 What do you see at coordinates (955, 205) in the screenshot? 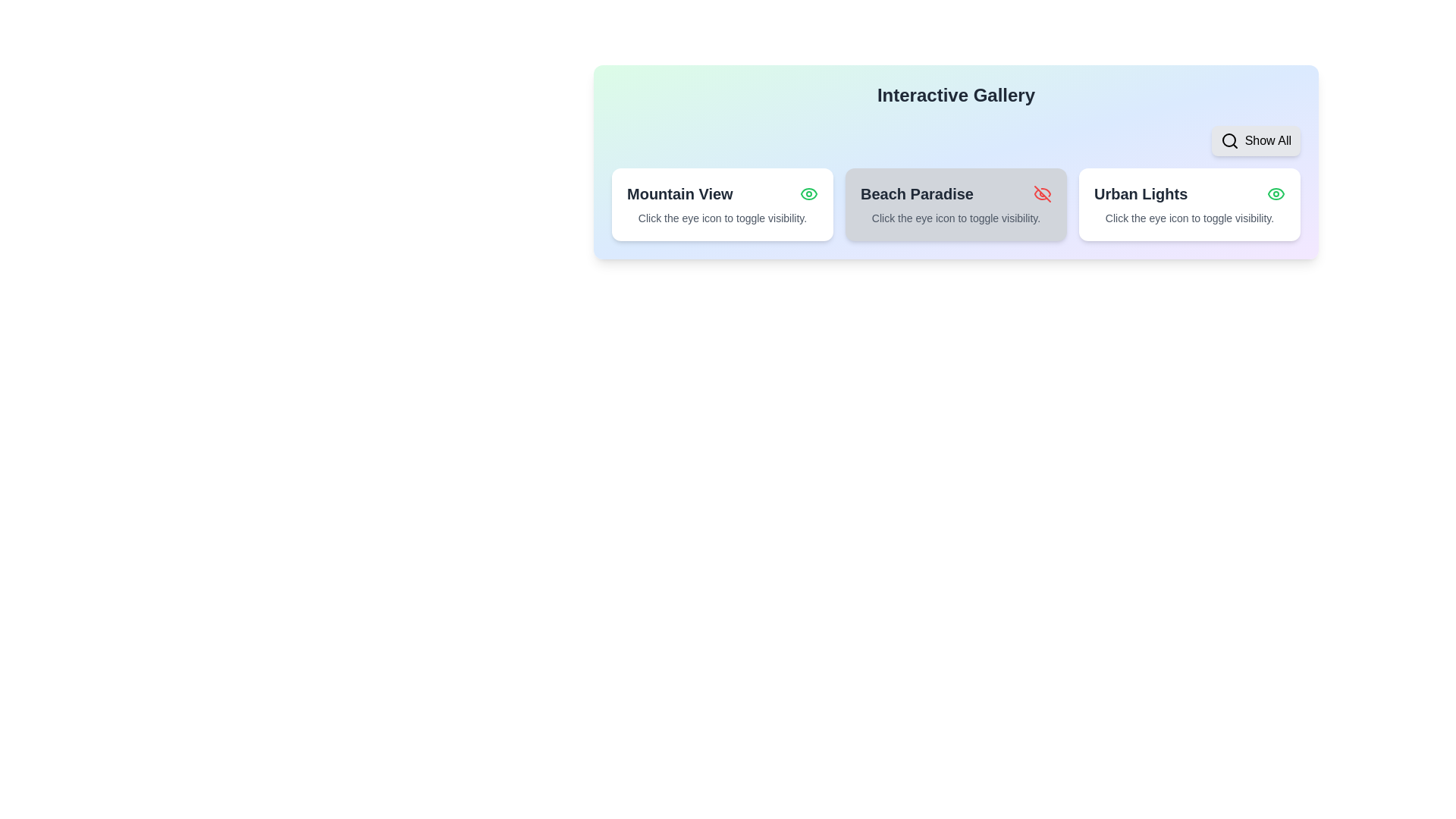
I see `the item card titled 'Beach Paradise'` at bounding box center [955, 205].